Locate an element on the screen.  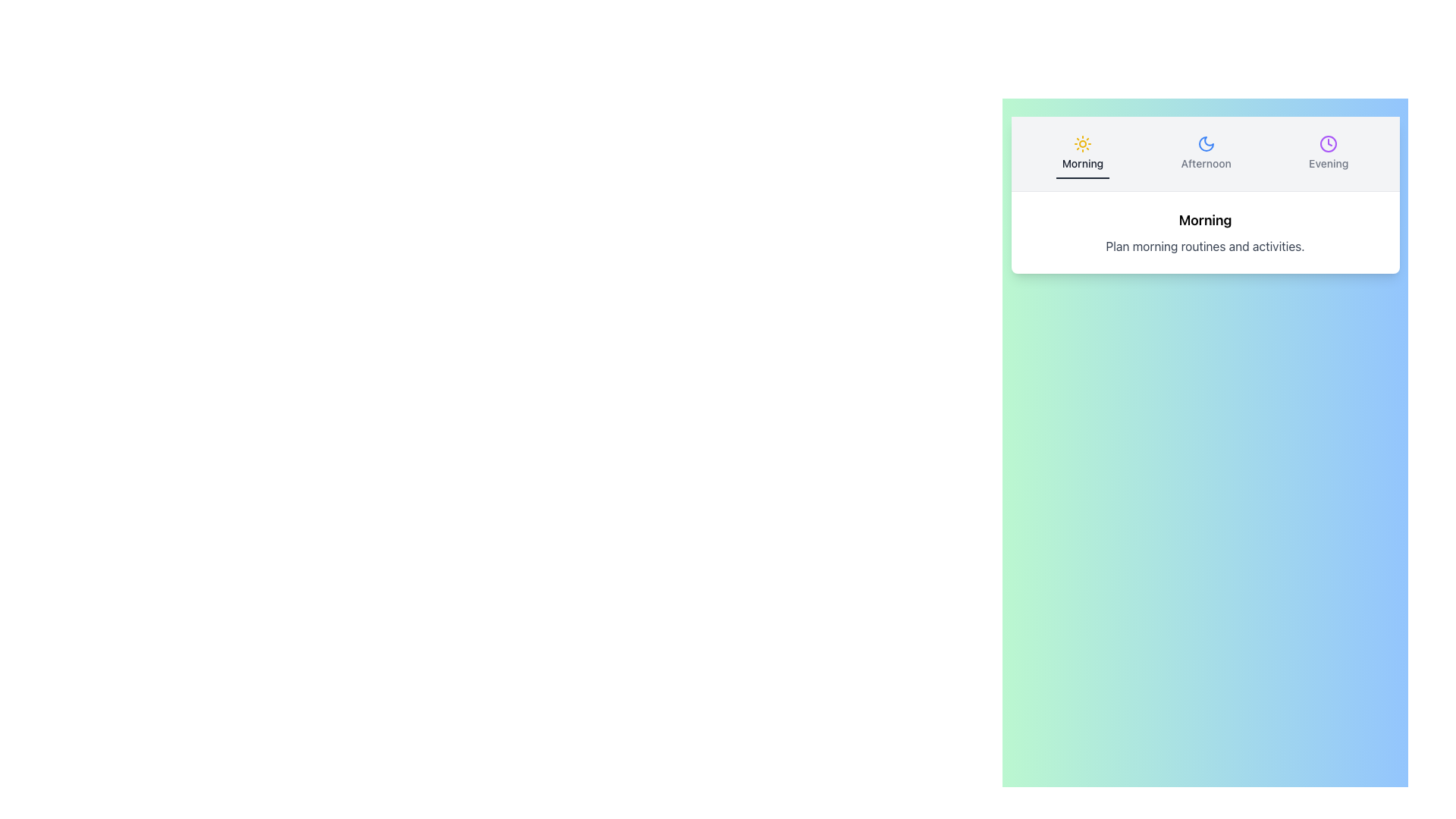
the text label displaying 'Afternoon' is located at coordinates (1205, 164).